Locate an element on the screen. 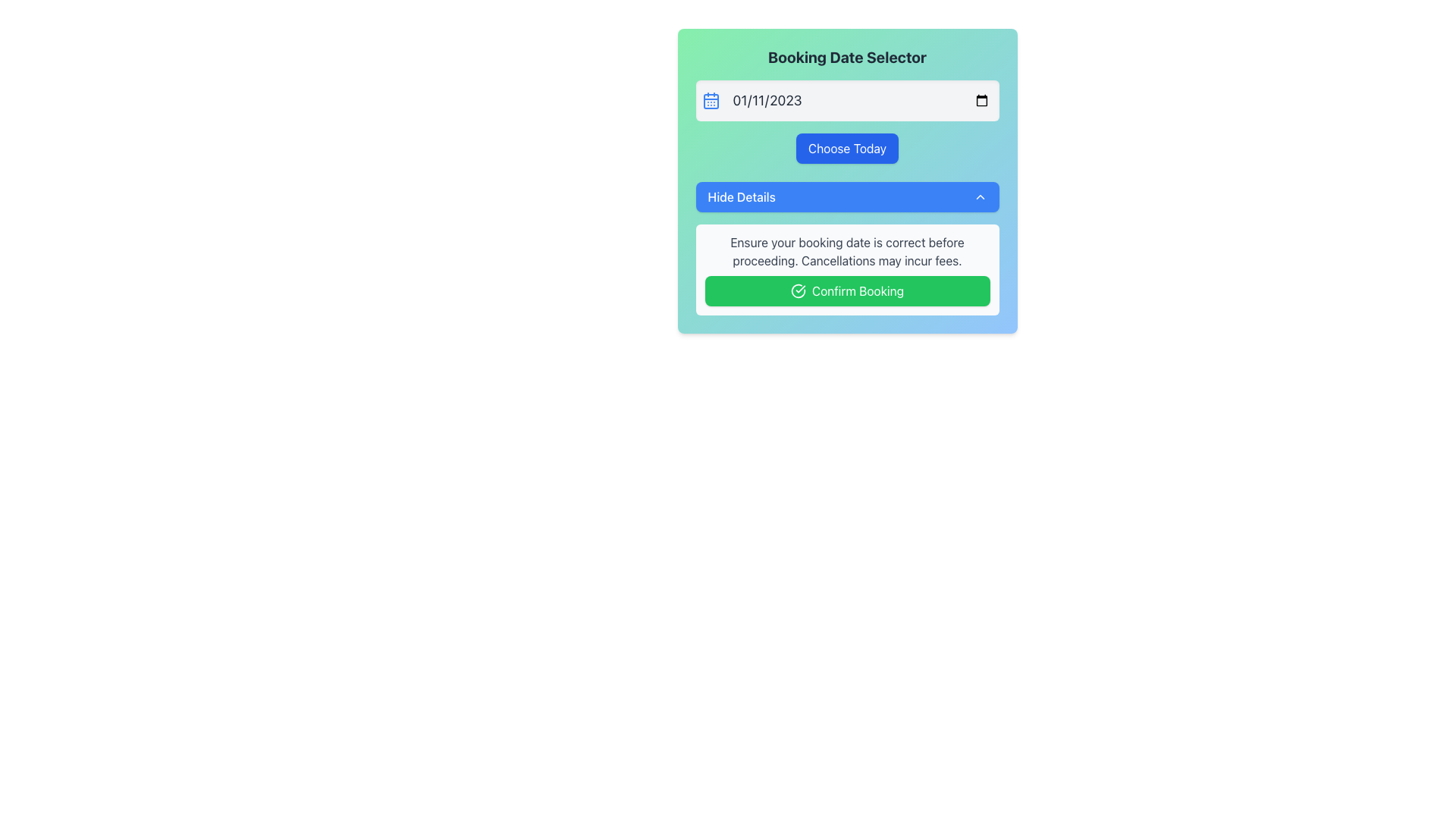 The image size is (1456, 819). the circular green check mark icon located to the left of the 'Confirm Booking' button is located at coordinates (797, 291).